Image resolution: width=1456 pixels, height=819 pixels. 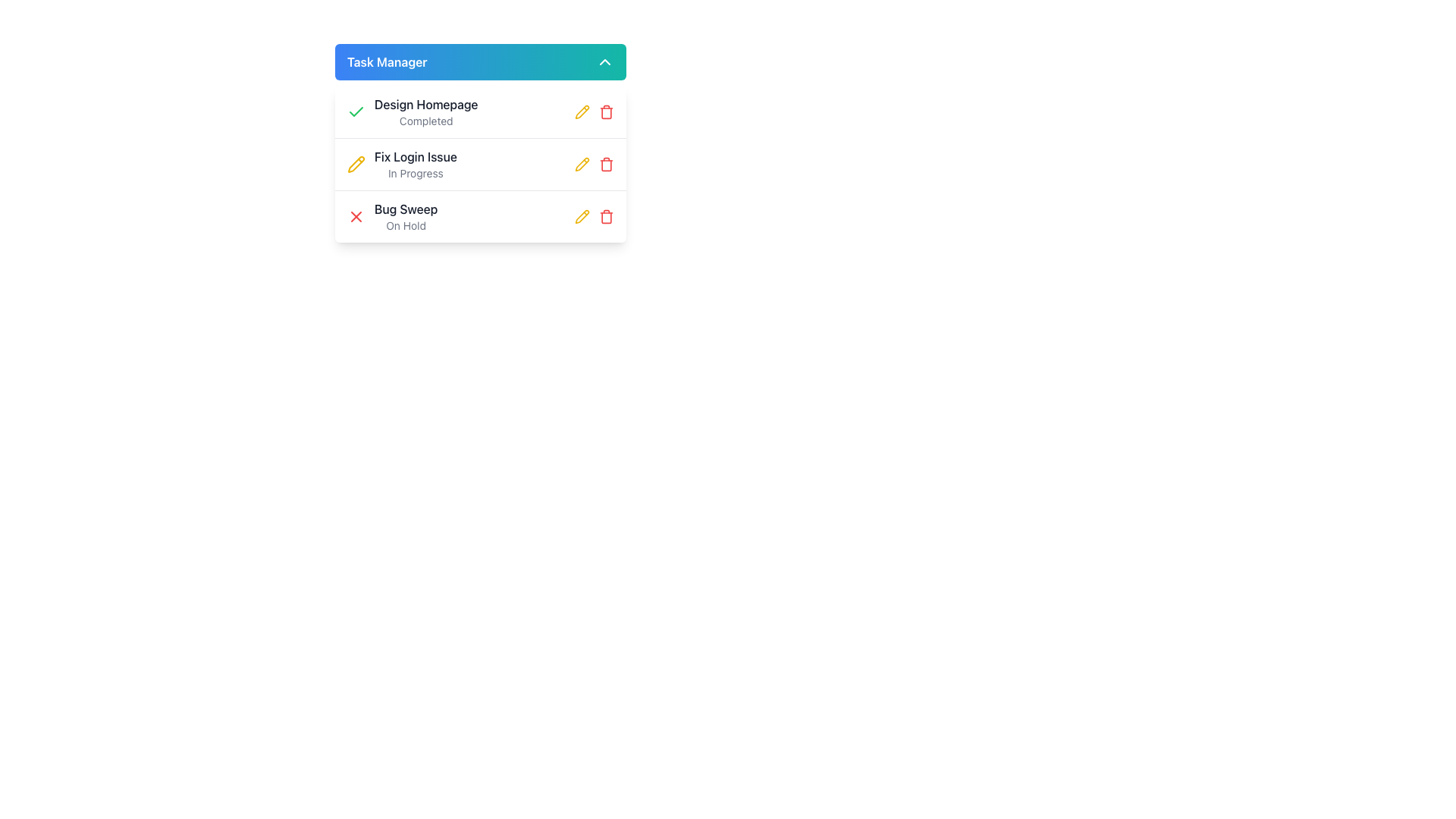 What do you see at coordinates (356, 216) in the screenshot?
I see `the status icon indicating 'On Hold' for the 'Bug Sweep' task located in the third task line, specifically within the icon cluster to the left of the title` at bounding box center [356, 216].